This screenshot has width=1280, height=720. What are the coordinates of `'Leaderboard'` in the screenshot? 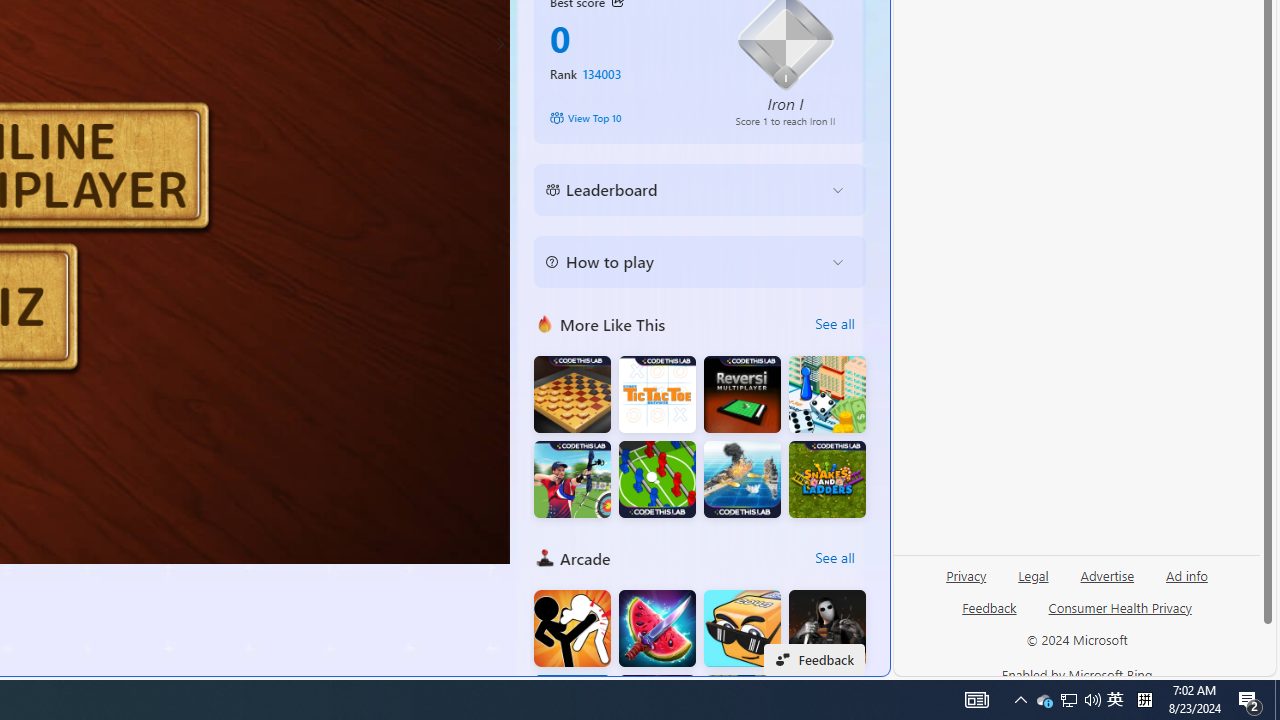 It's located at (684, 190).